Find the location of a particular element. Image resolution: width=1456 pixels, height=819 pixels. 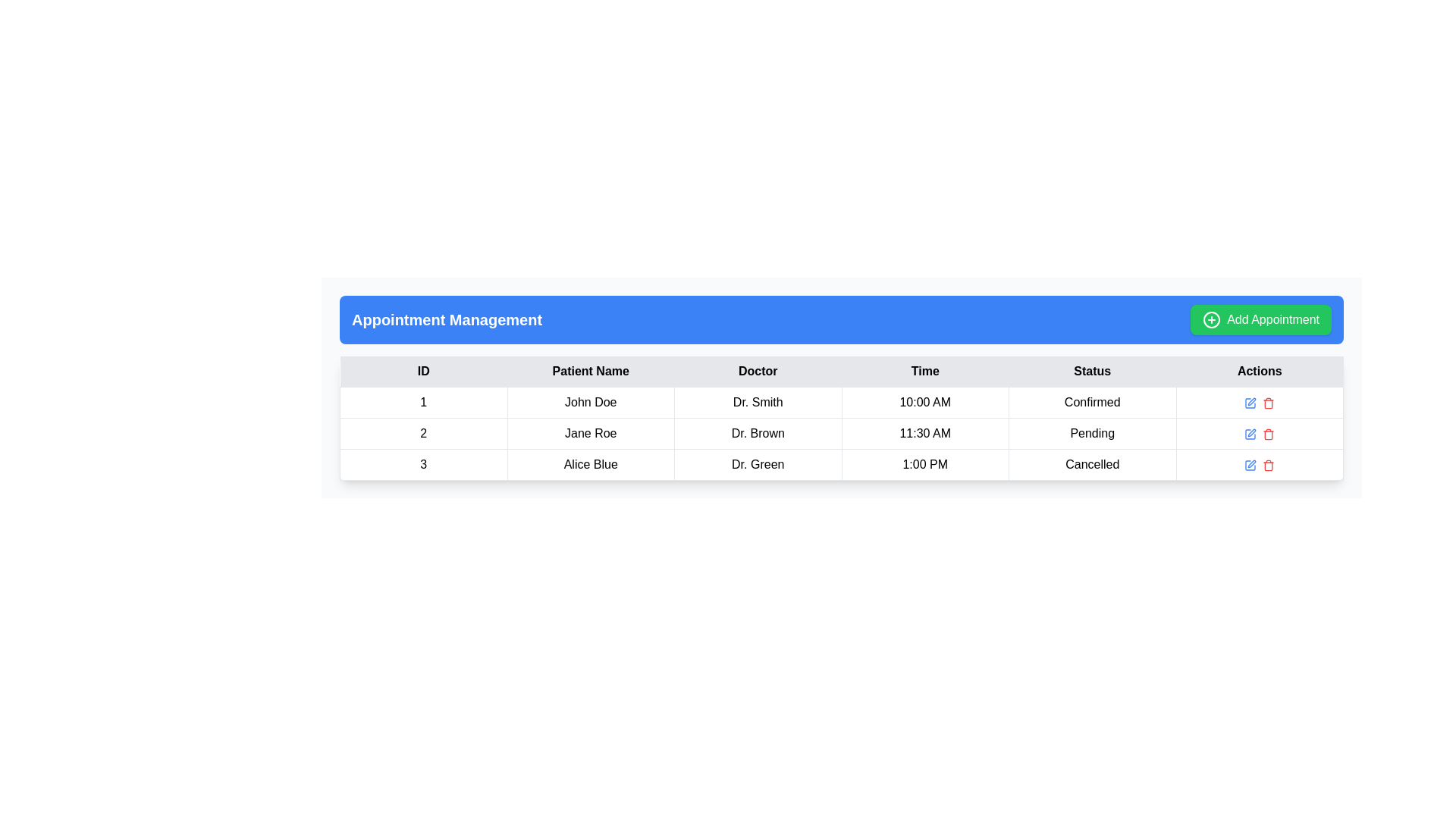

the graphical icon resembling a pen for editing located in the 'Actions' column of the second row of the table, next to the 'Pending' status is located at coordinates (1252, 432).